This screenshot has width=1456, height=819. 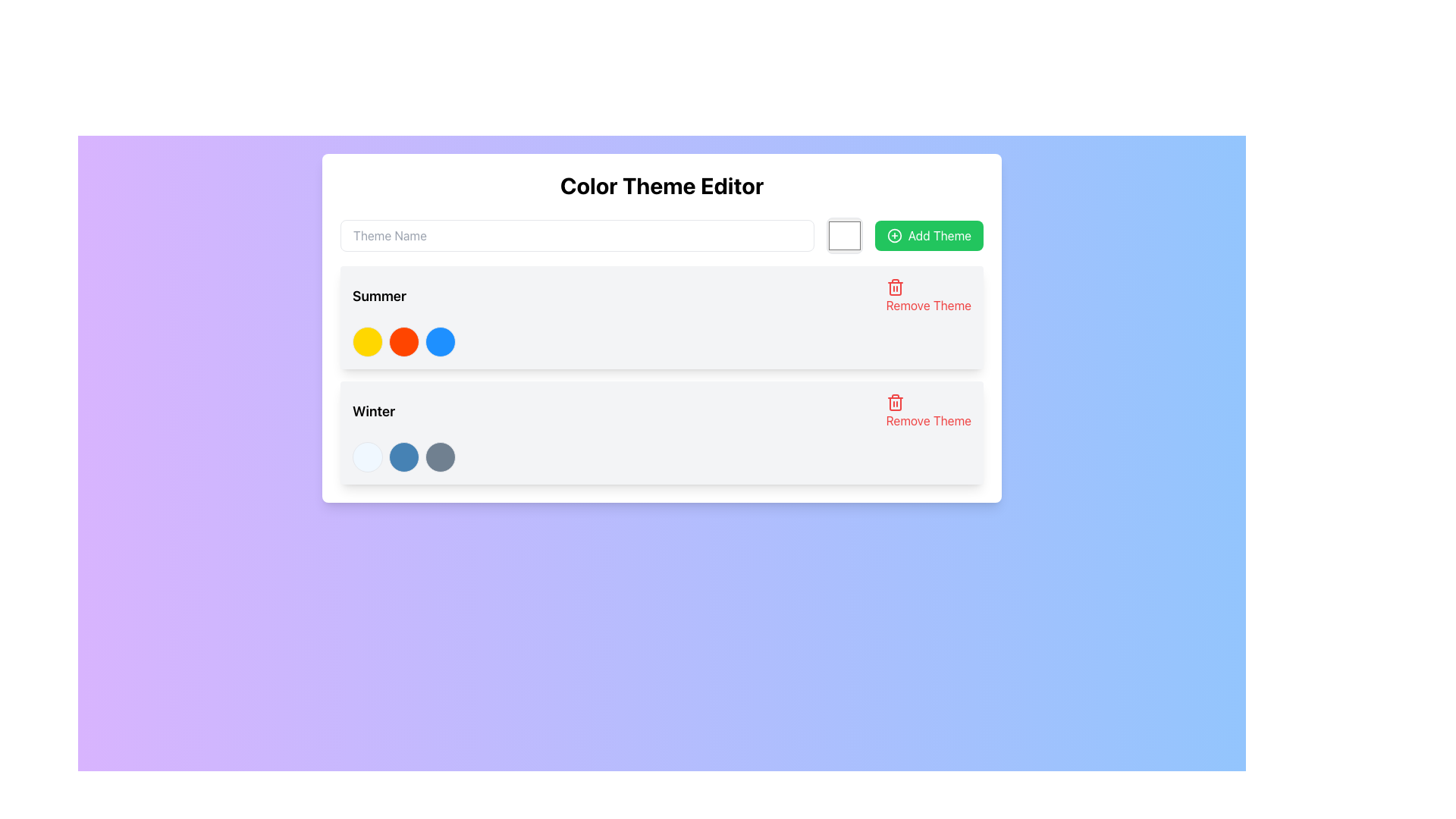 What do you see at coordinates (403, 456) in the screenshot?
I see `the second interactive color selection button in the Winter section, which is represented as a circle for selecting a color` at bounding box center [403, 456].